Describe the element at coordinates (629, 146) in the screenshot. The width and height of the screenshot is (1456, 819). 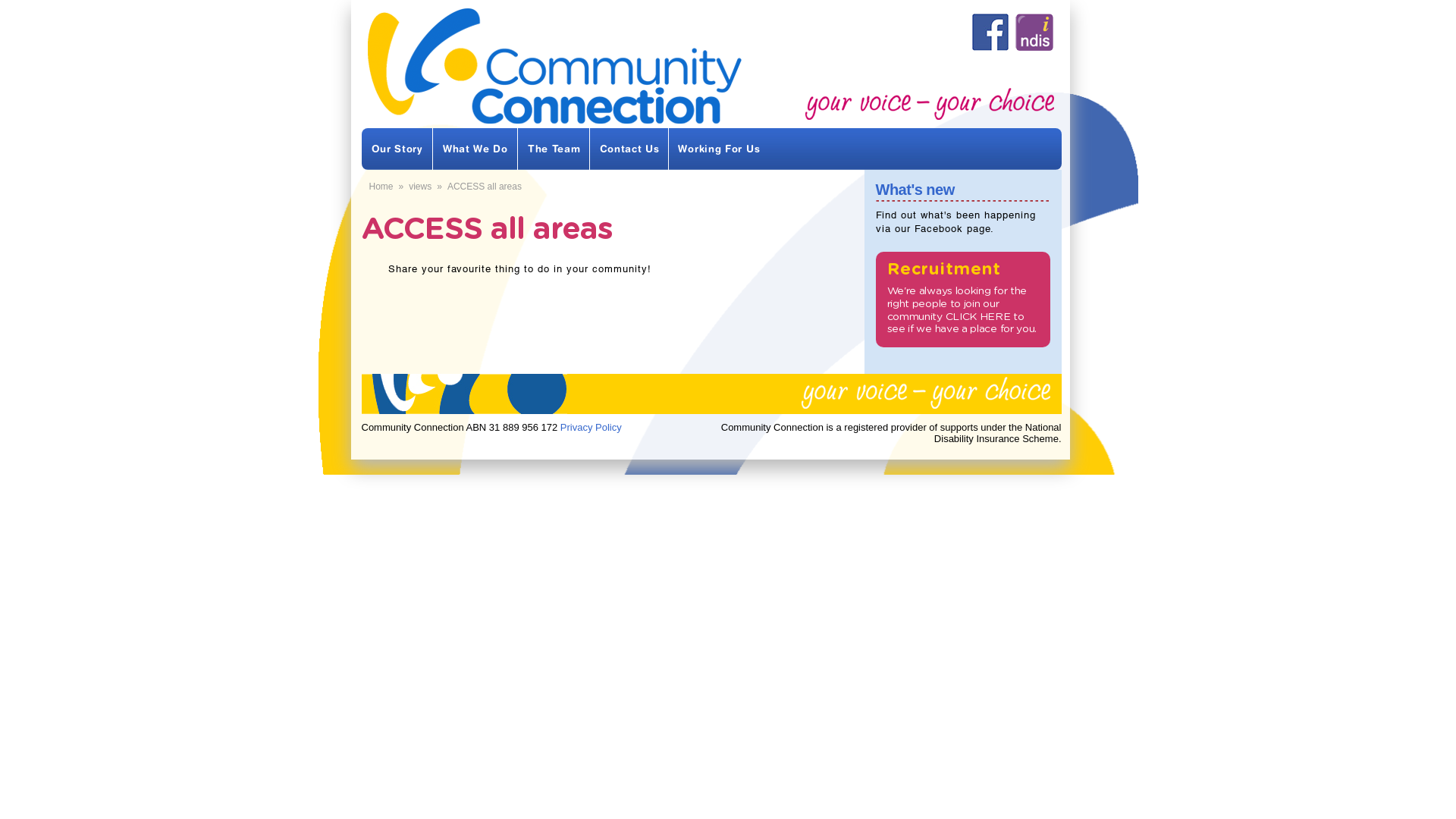
I see `'Contact Us'` at that location.